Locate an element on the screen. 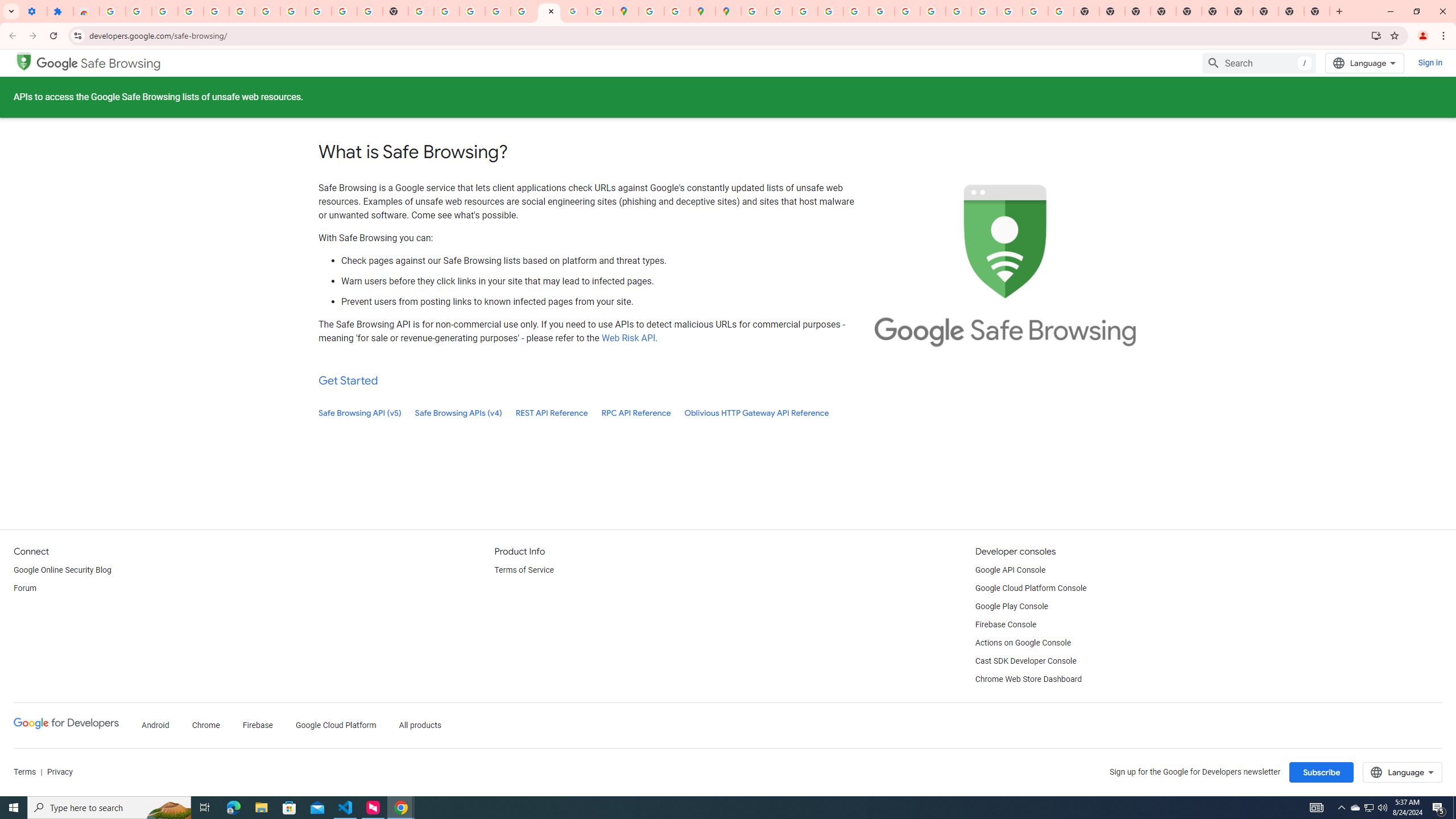 This screenshot has width=1456, height=819. 'REST API Reference' is located at coordinates (552, 412).